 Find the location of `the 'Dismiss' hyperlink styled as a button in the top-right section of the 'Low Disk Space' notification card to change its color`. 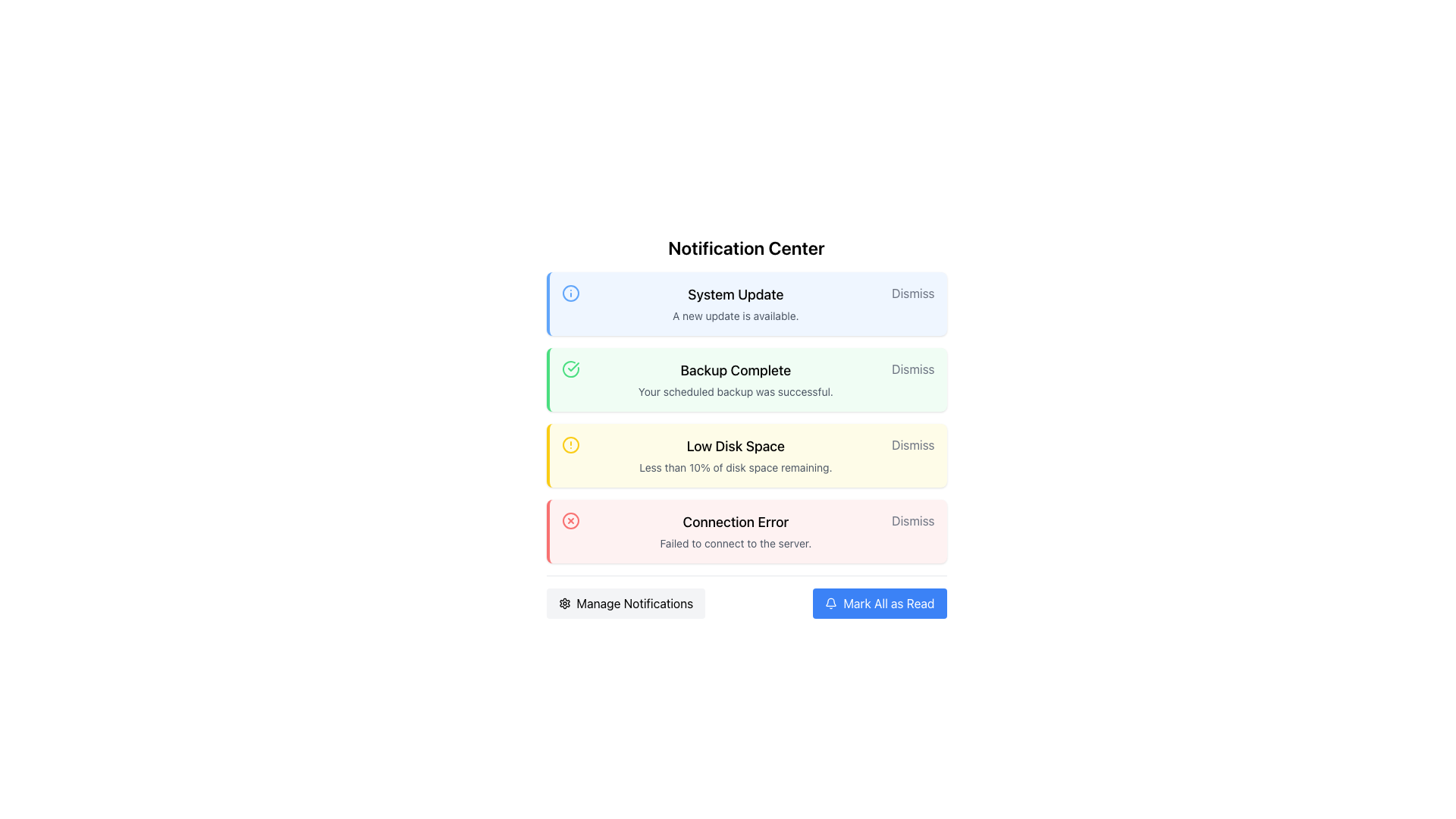

the 'Dismiss' hyperlink styled as a button in the top-right section of the 'Low Disk Space' notification card to change its color is located at coordinates (912, 444).